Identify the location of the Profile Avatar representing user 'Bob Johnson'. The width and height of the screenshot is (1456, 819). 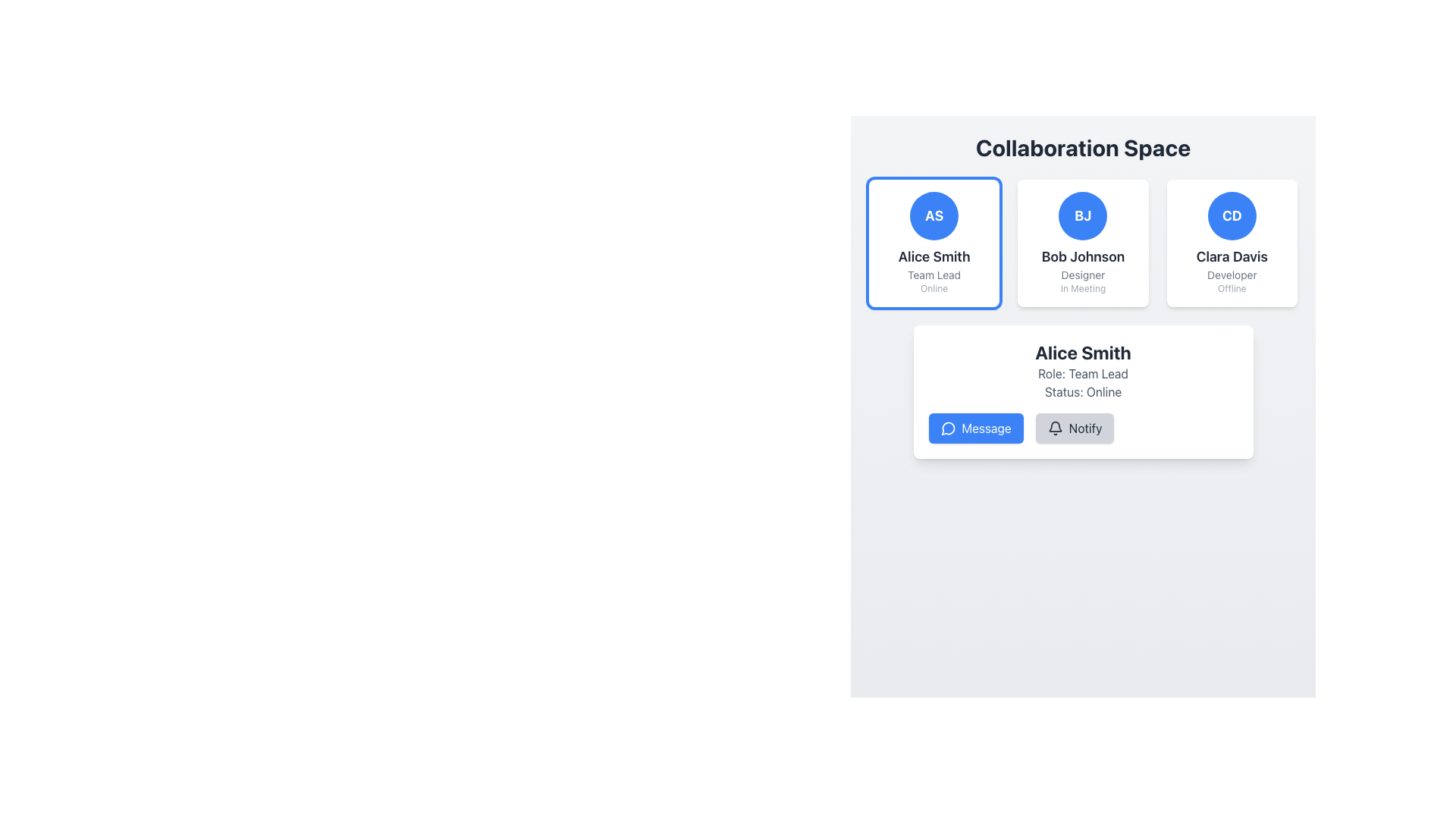
(1082, 216).